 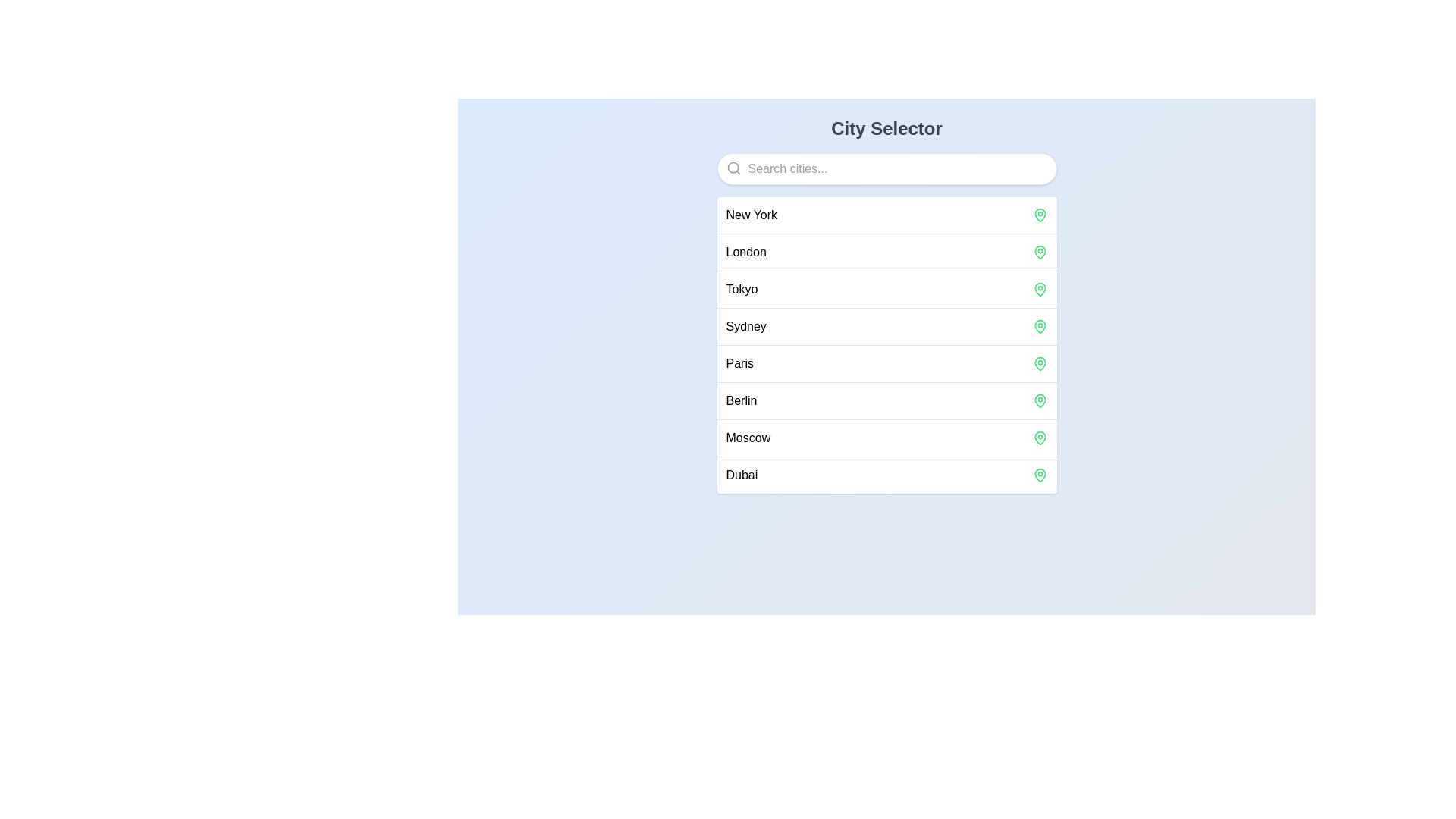 I want to click on the map pin icon with a green hue located next to the text label 'Moscow' in the list entry, so click(x=1039, y=438).